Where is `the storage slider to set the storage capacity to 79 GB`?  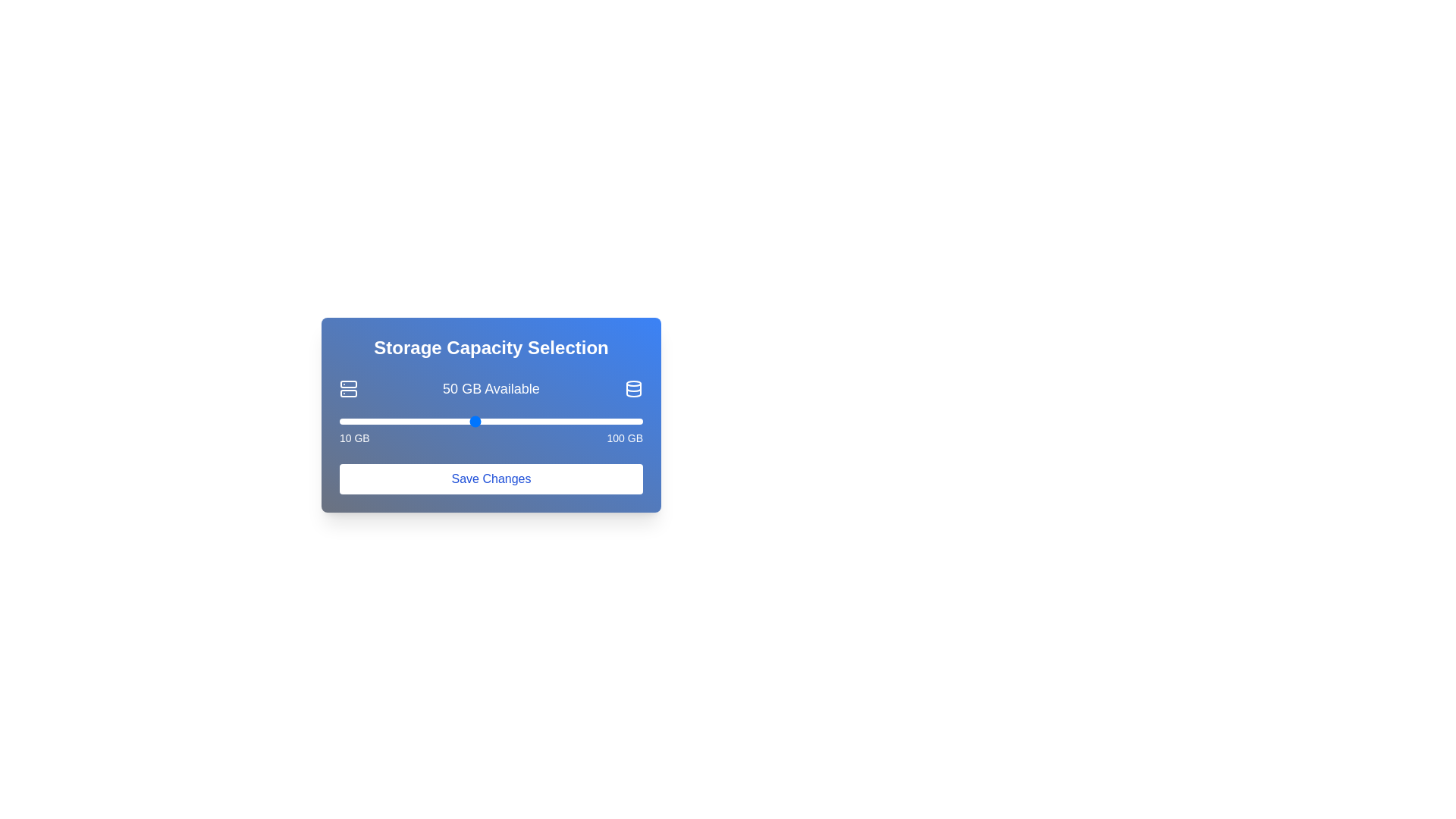
the storage slider to set the storage capacity to 79 GB is located at coordinates (571, 421).